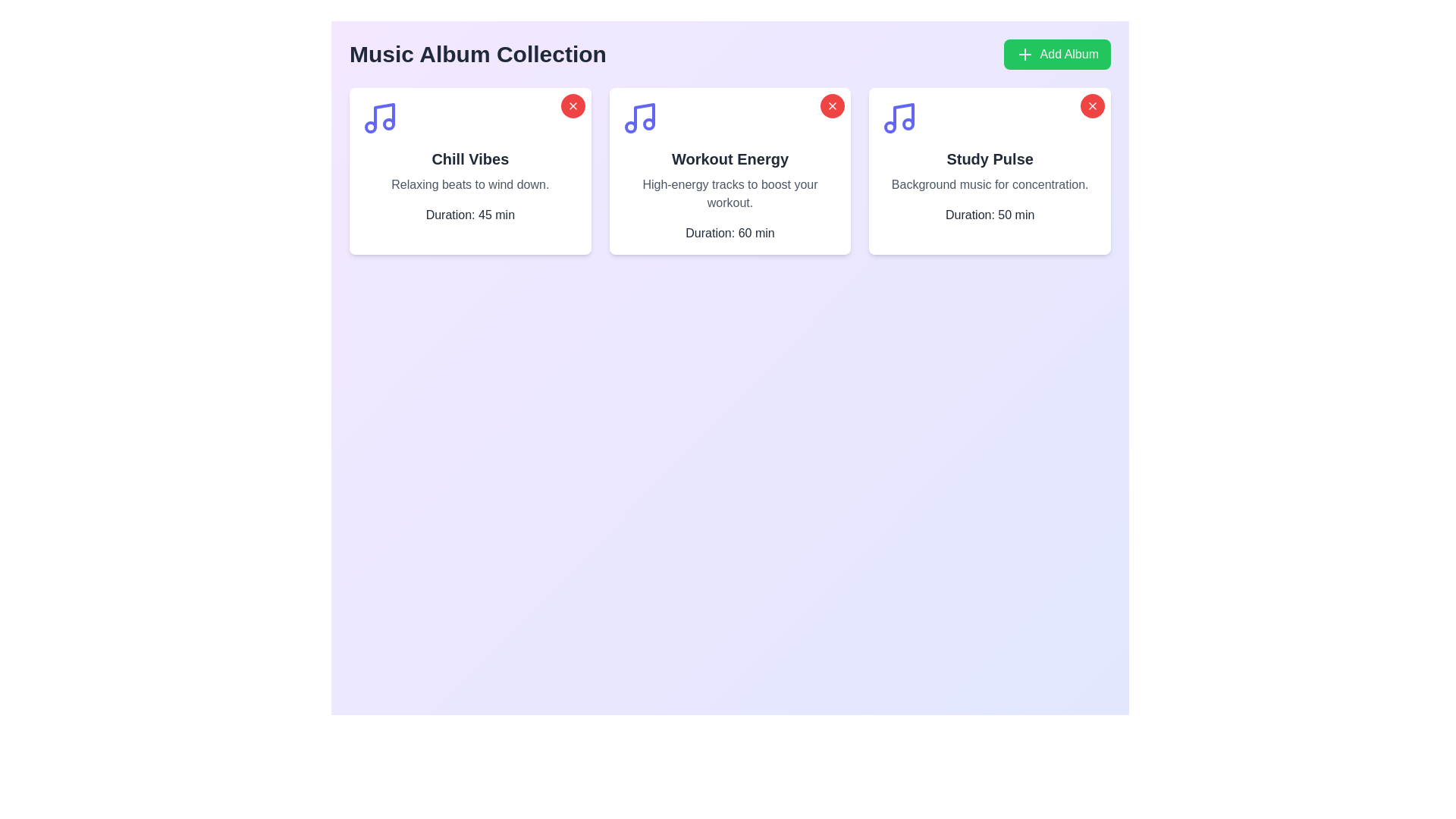 This screenshot has height=819, width=1456. Describe the element at coordinates (469, 171) in the screenshot. I see `the text on the first card component in the music playlist grid` at that location.